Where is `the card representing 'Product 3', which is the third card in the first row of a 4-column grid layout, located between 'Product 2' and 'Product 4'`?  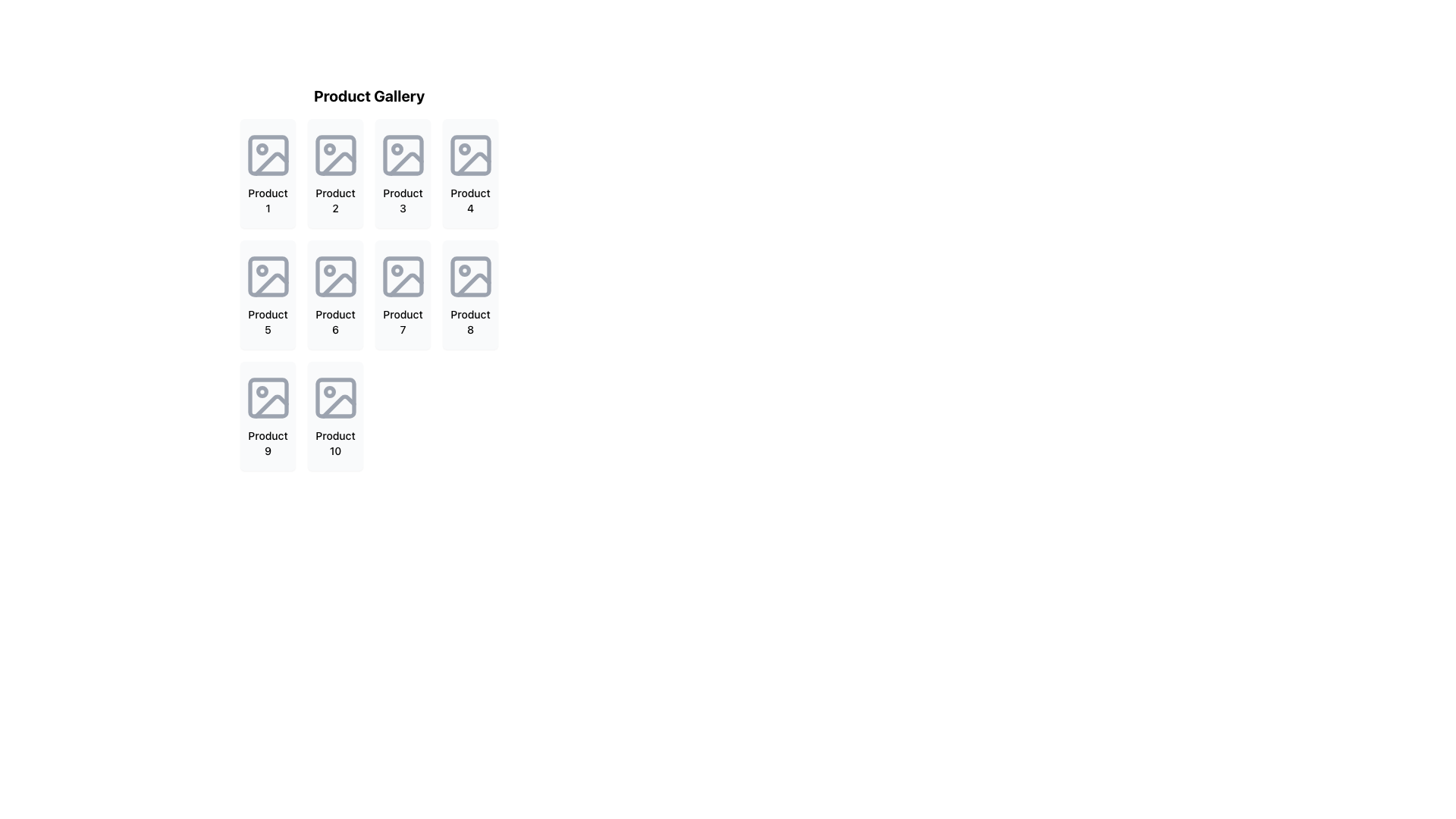 the card representing 'Product 3', which is the third card in the first row of a 4-column grid layout, located between 'Product 2' and 'Product 4' is located at coordinates (403, 172).